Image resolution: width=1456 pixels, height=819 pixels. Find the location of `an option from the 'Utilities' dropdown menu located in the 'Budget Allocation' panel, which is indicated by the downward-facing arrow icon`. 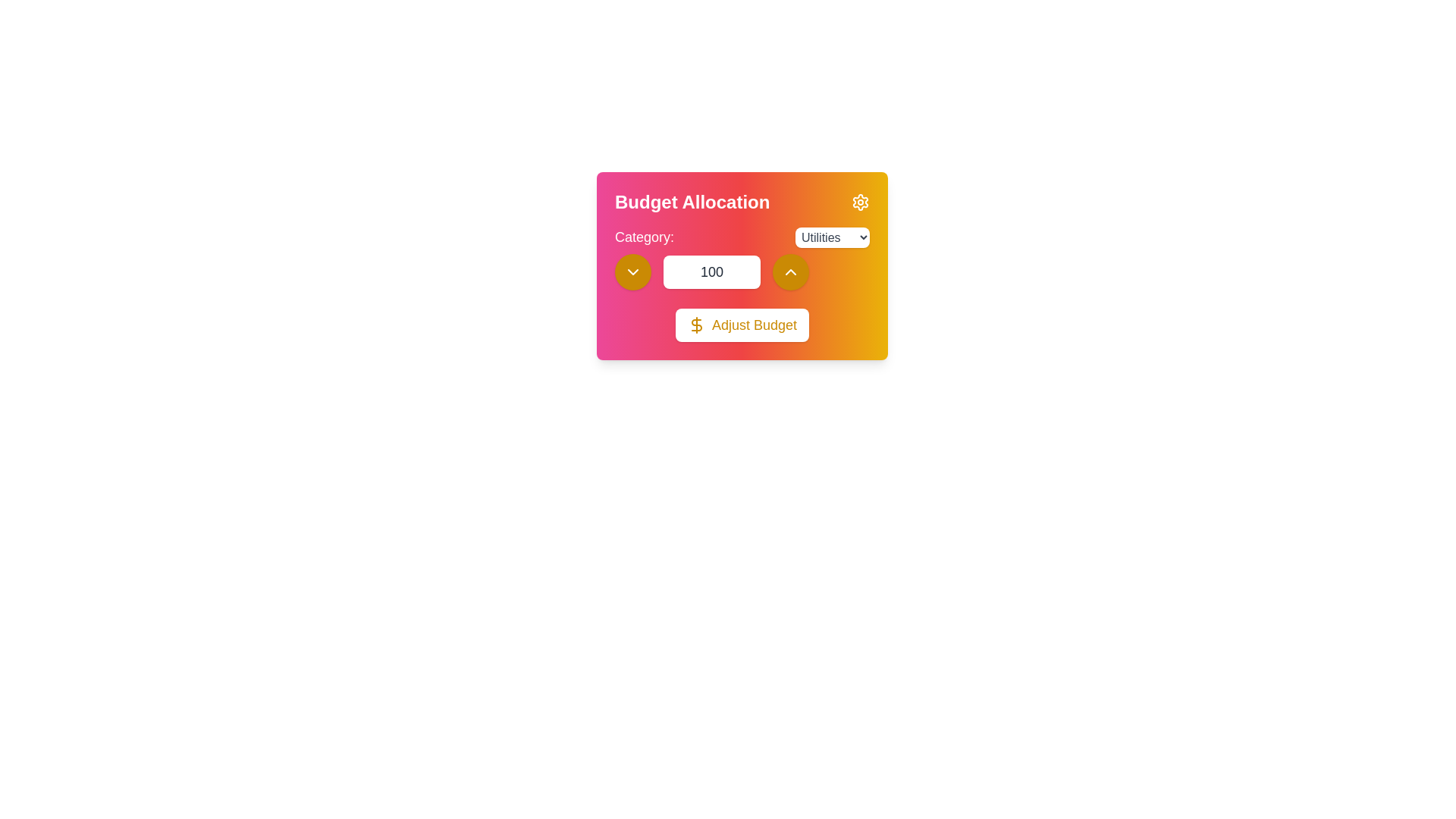

an option from the 'Utilities' dropdown menu located in the 'Budget Allocation' panel, which is indicated by the downward-facing arrow icon is located at coordinates (832, 237).